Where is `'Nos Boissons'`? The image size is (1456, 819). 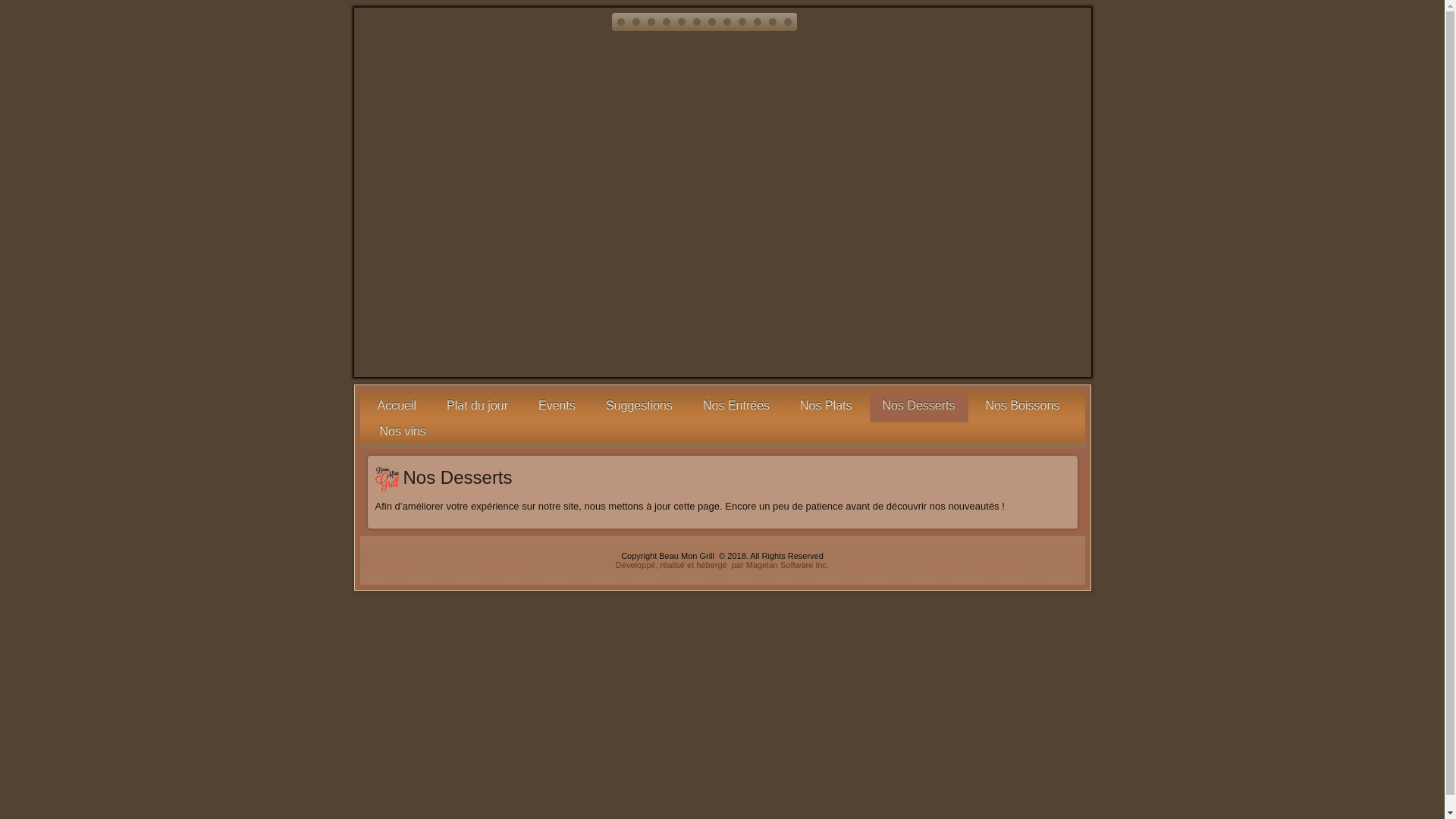
'Nos Boissons' is located at coordinates (1022, 405).